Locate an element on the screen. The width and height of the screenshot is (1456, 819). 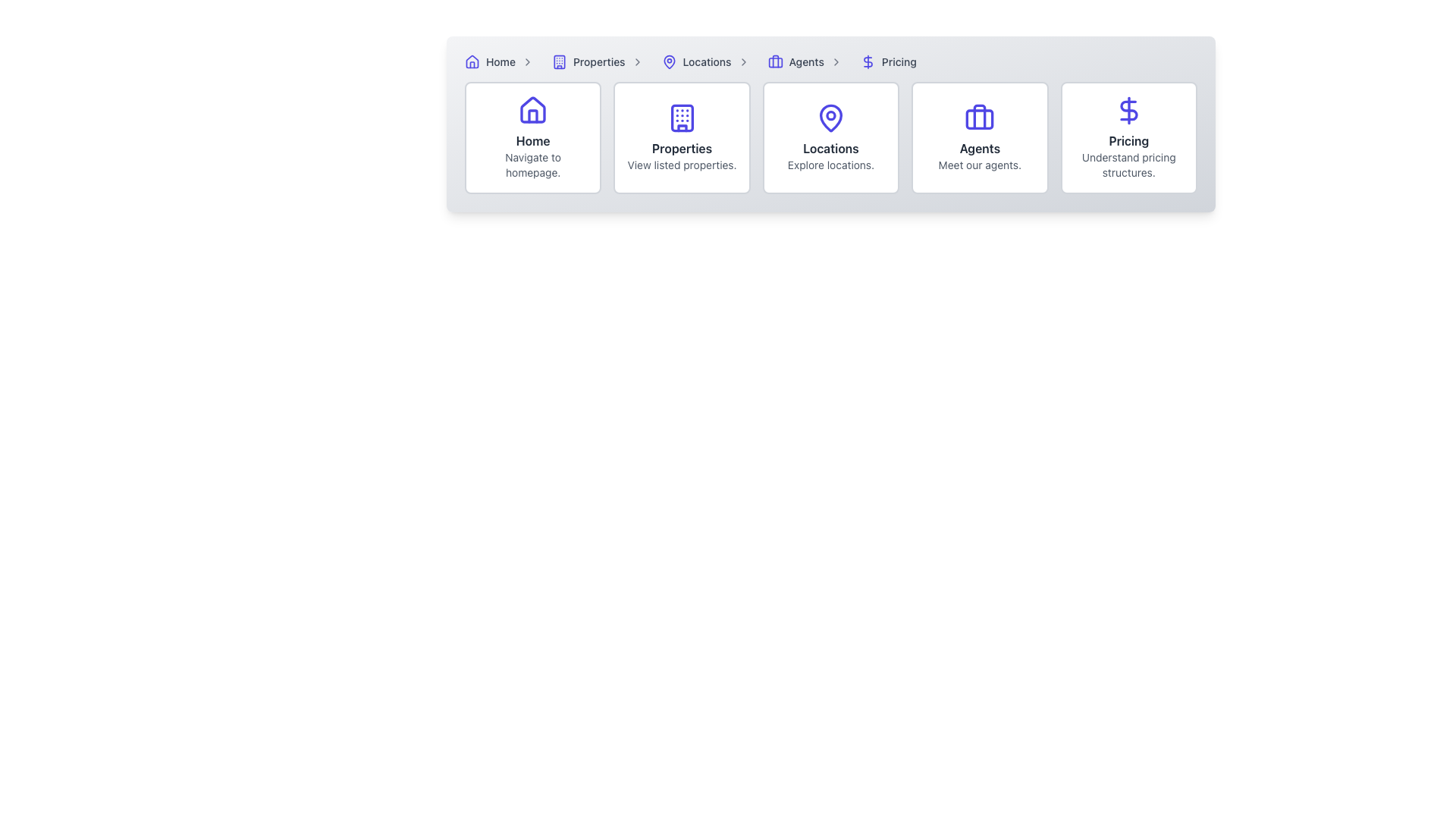
the graphic icon representing the 'Agents' category located within the fourth card of the navigation section is located at coordinates (980, 117).